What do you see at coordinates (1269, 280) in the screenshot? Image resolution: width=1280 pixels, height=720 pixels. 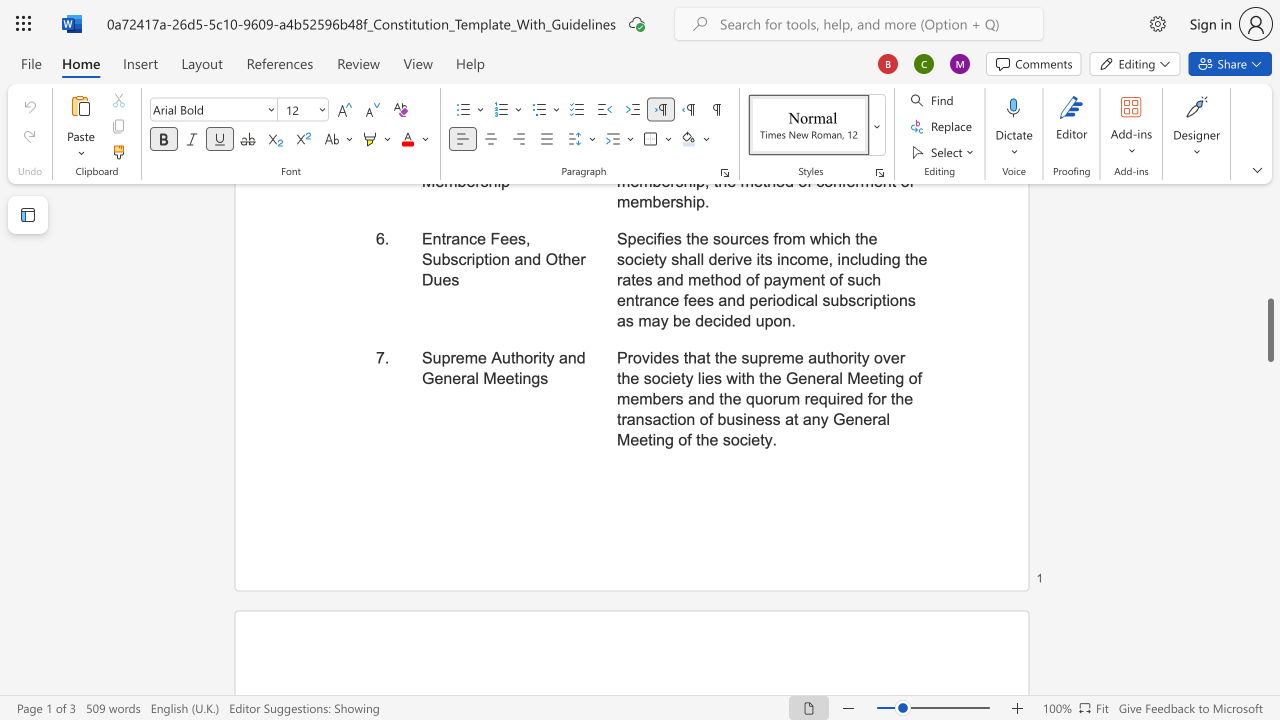 I see `the scrollbar to adjust the page upward` at bounding box center [1269, 280].